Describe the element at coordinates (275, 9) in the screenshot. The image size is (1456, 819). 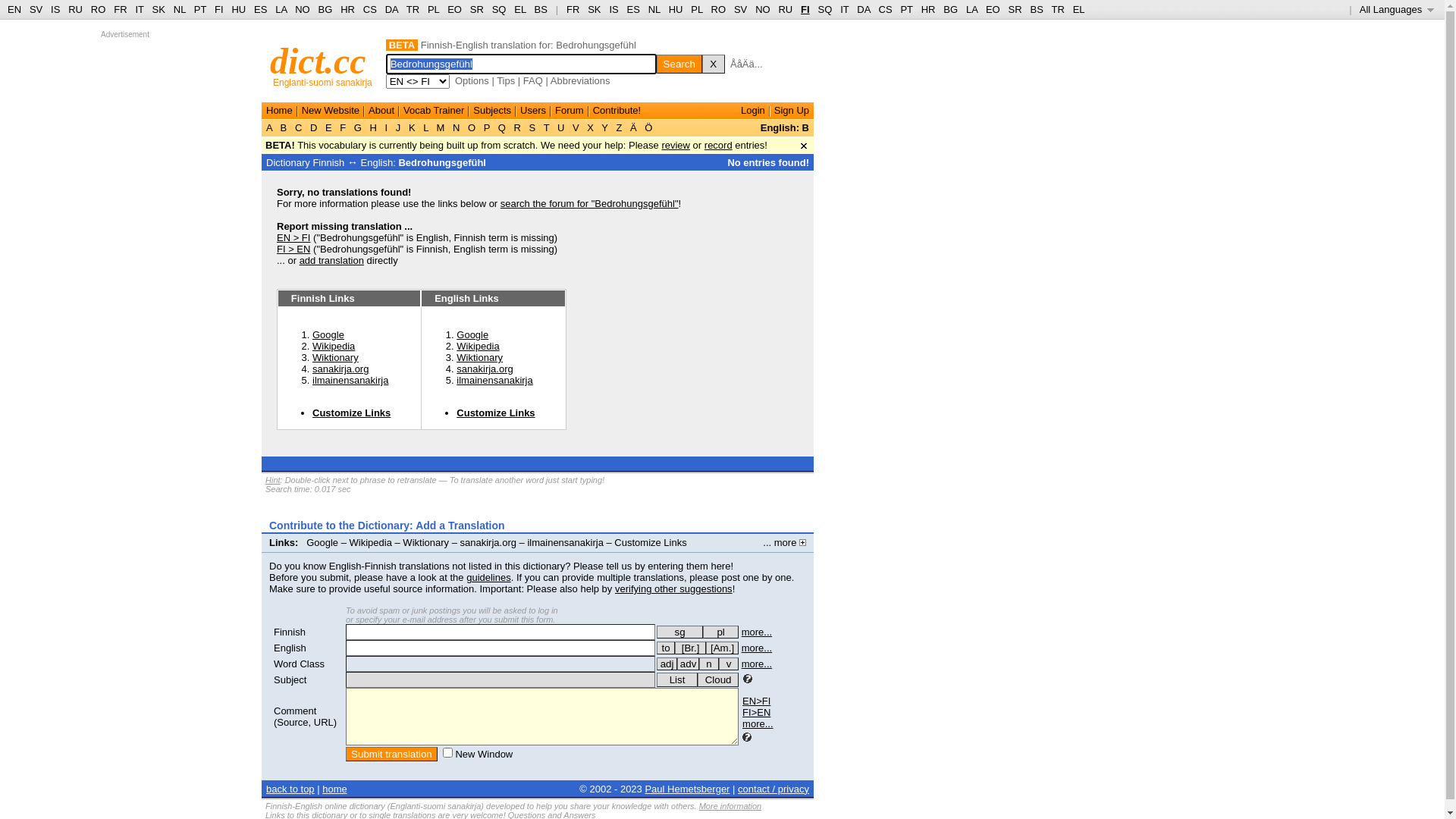
I see `'LA'` at that location.